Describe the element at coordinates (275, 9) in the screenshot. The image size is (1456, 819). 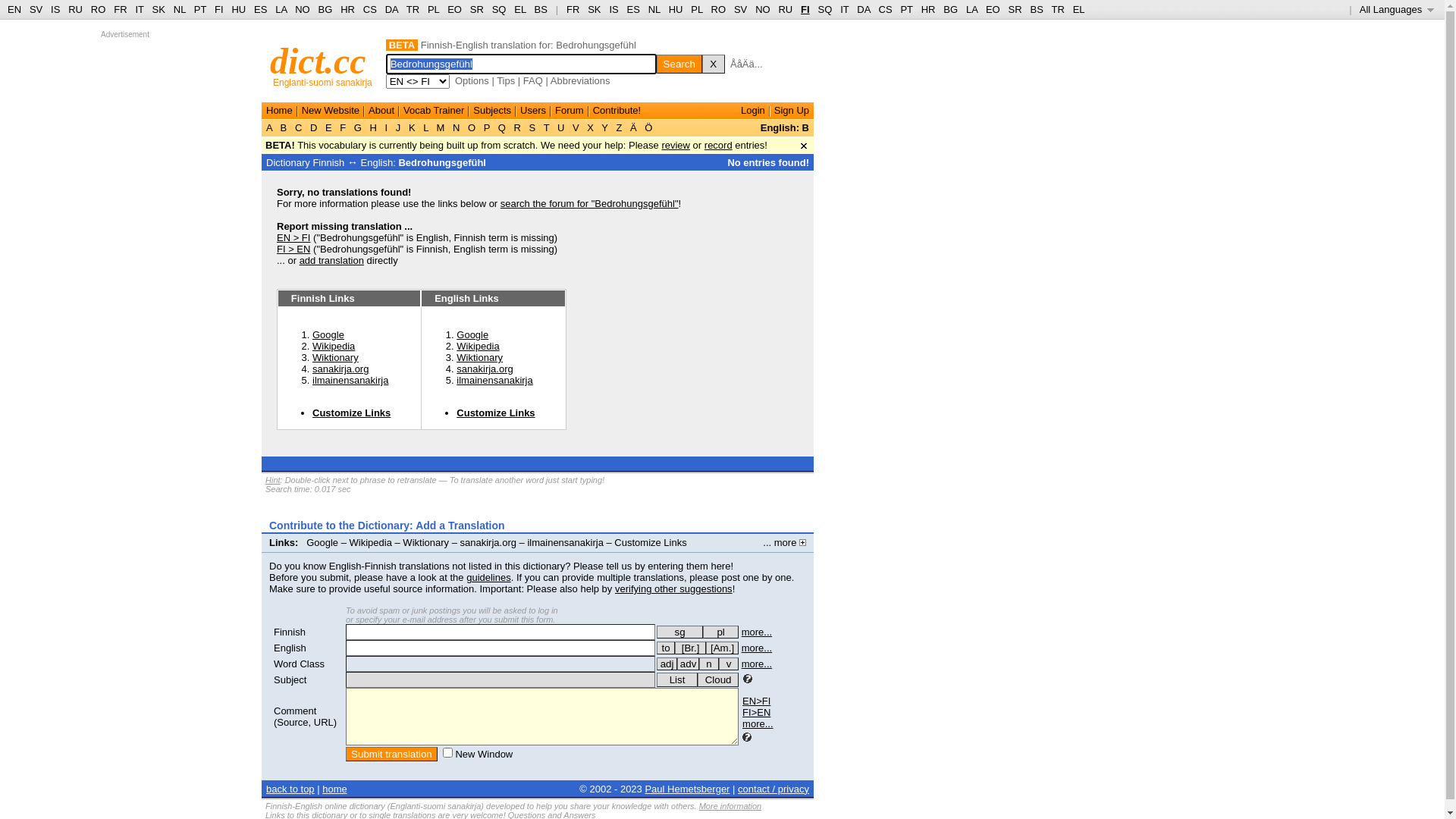
I see `'LA'` at that location.